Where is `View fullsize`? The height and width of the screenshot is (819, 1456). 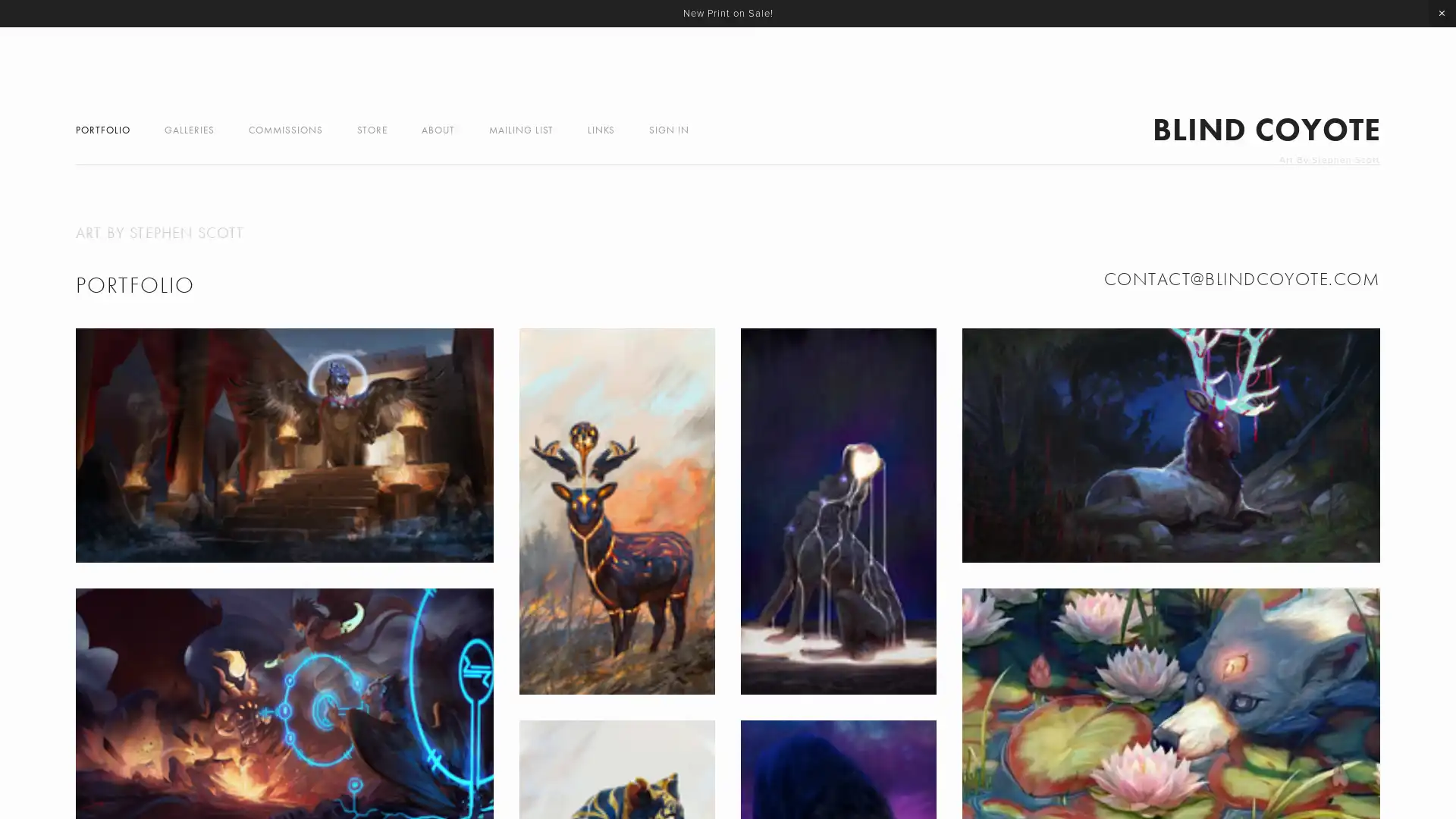 View fullsize is located at coordinates (284, 444).